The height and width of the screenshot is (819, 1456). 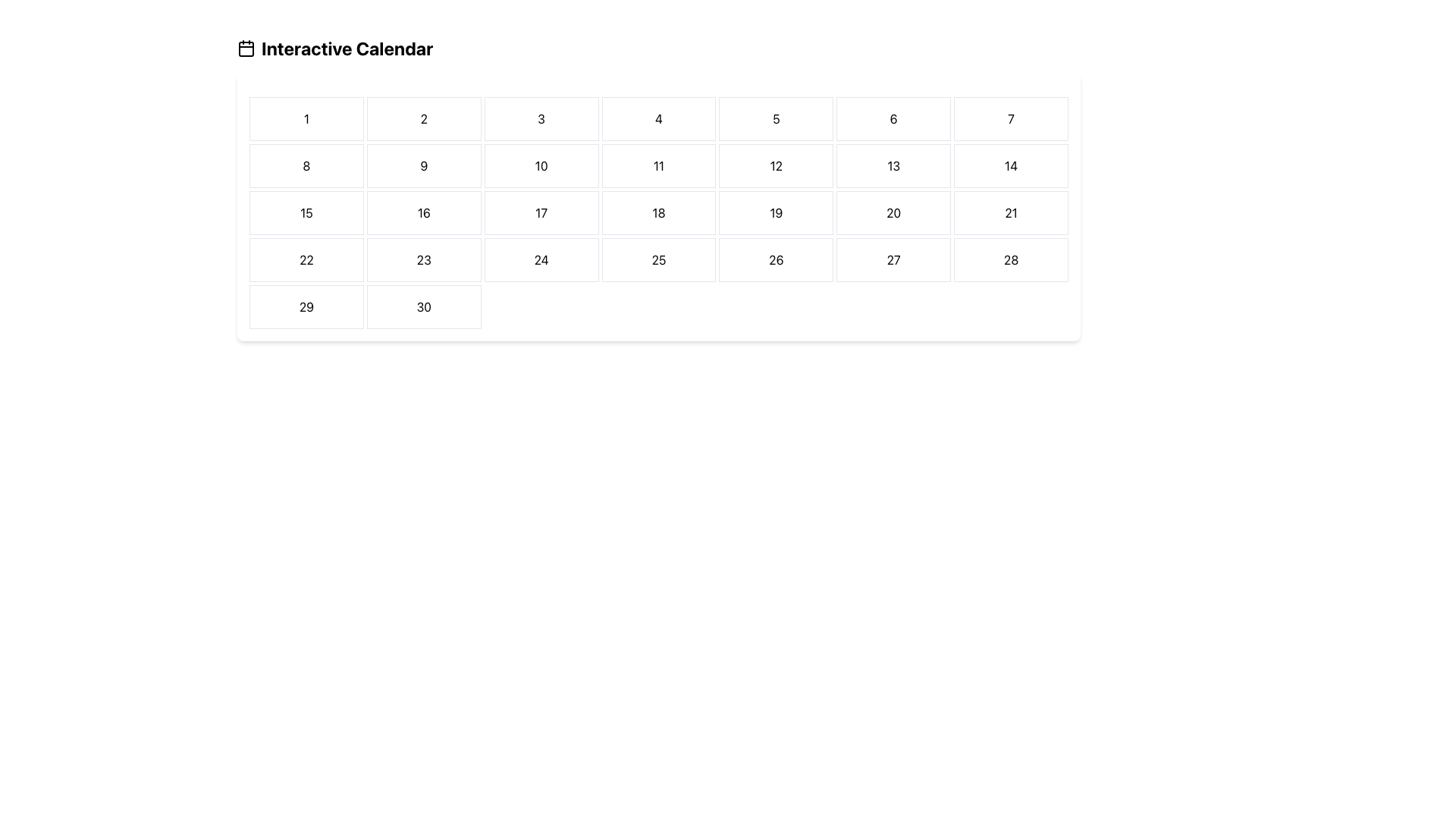 What do you see at coordinates (658, 259) in the screenshot?
I see `the rectangular grid cell containing the number '25', located in the fourth row and fourth column of the grid, which highlights with a blue background on hover` at bounding box center [658, 259].